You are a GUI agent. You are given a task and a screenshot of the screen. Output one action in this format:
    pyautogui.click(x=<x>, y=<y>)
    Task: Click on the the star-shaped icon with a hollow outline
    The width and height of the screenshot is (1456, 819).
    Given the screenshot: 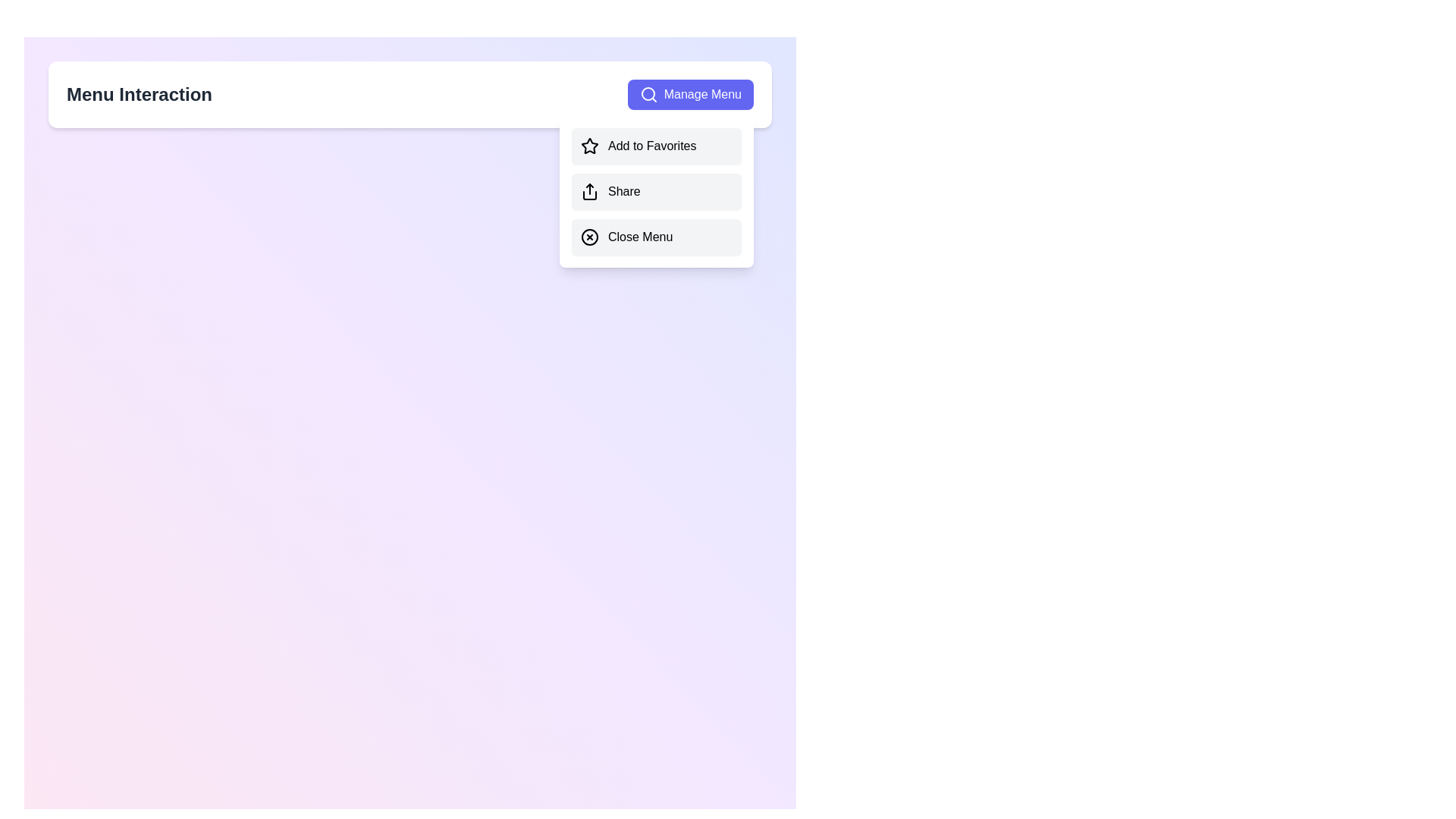 What is the action you would take?
    pyautogui.click(x=588, y=146)
    